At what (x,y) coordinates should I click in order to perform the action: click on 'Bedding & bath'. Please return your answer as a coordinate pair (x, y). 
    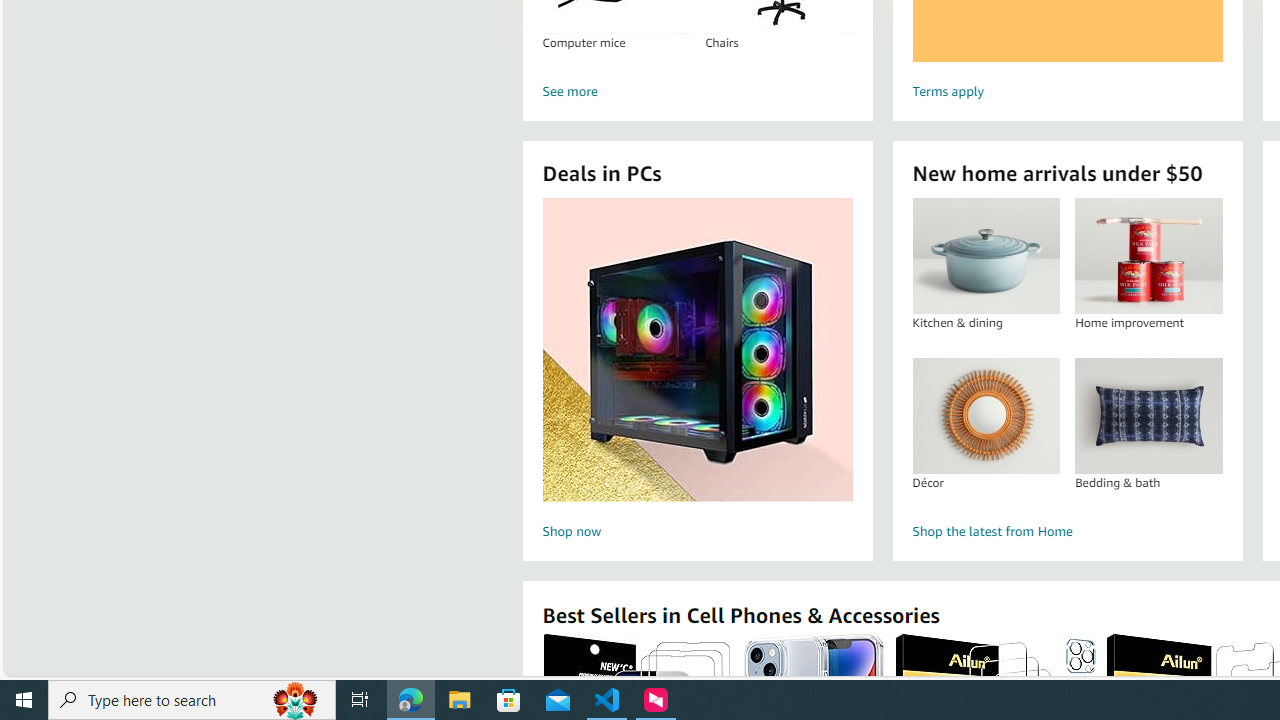
    Looking at the image, I should click on (1148, 414).